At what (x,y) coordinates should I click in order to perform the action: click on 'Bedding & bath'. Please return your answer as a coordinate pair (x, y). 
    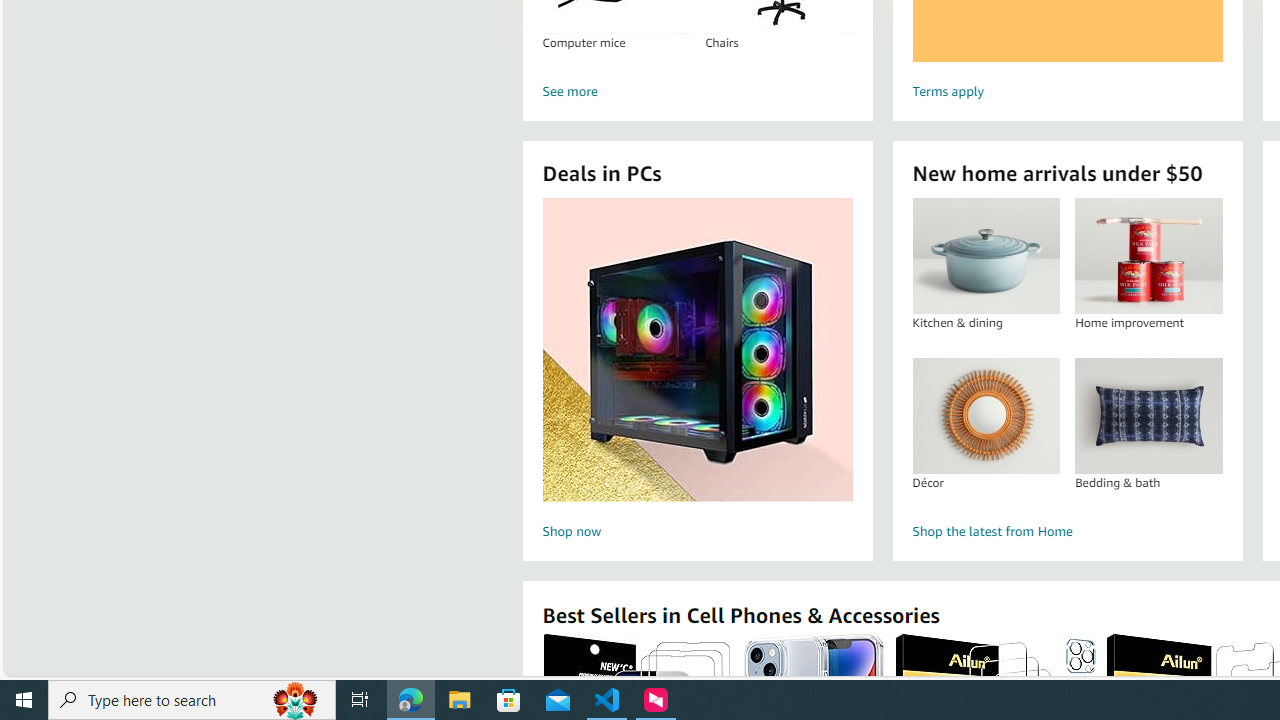
    Looking at the image, I should click on (1148, 414).